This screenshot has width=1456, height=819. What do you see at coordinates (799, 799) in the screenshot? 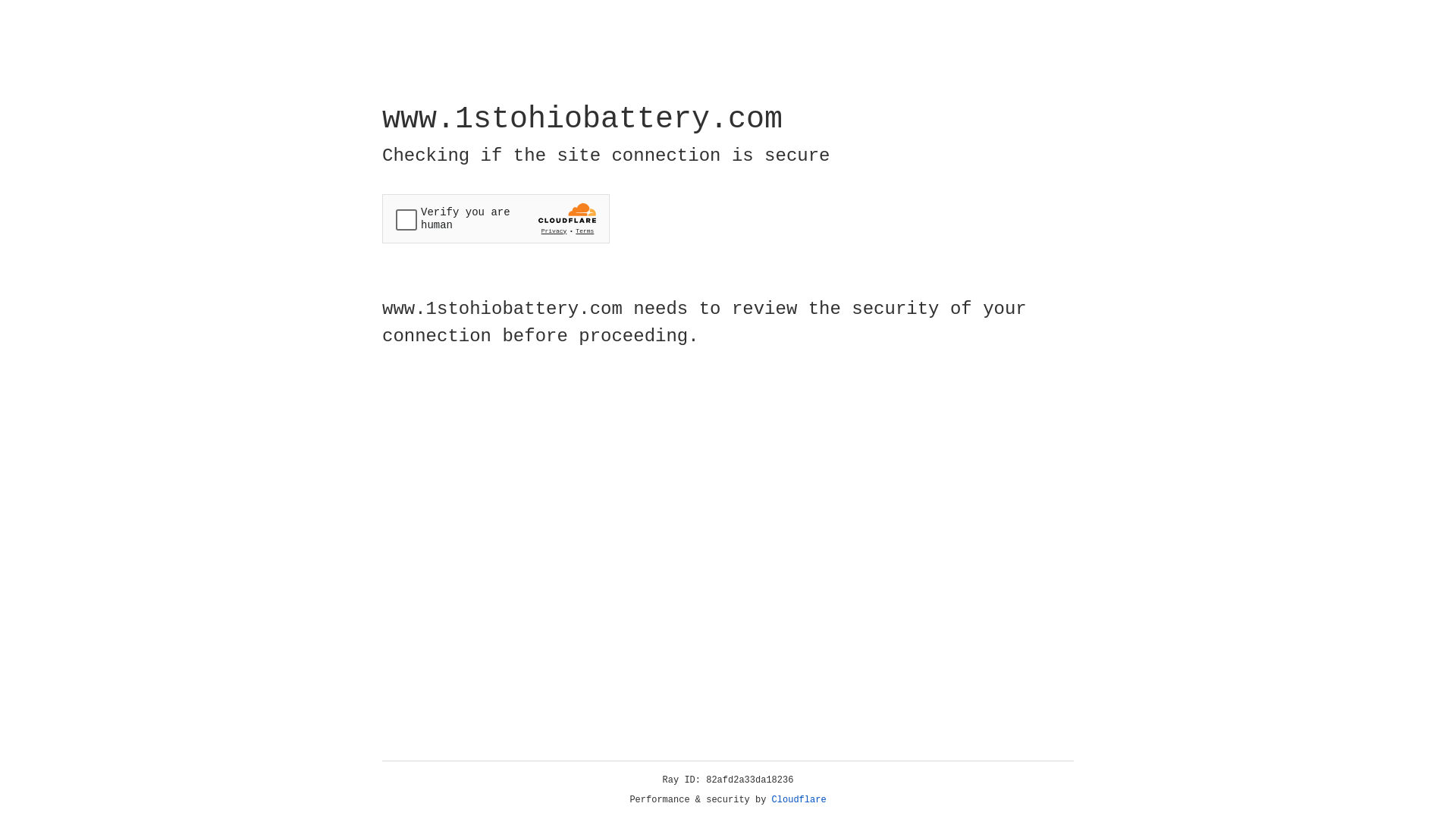
I see `'Cloudflare'` at bounding box center [799, 799].